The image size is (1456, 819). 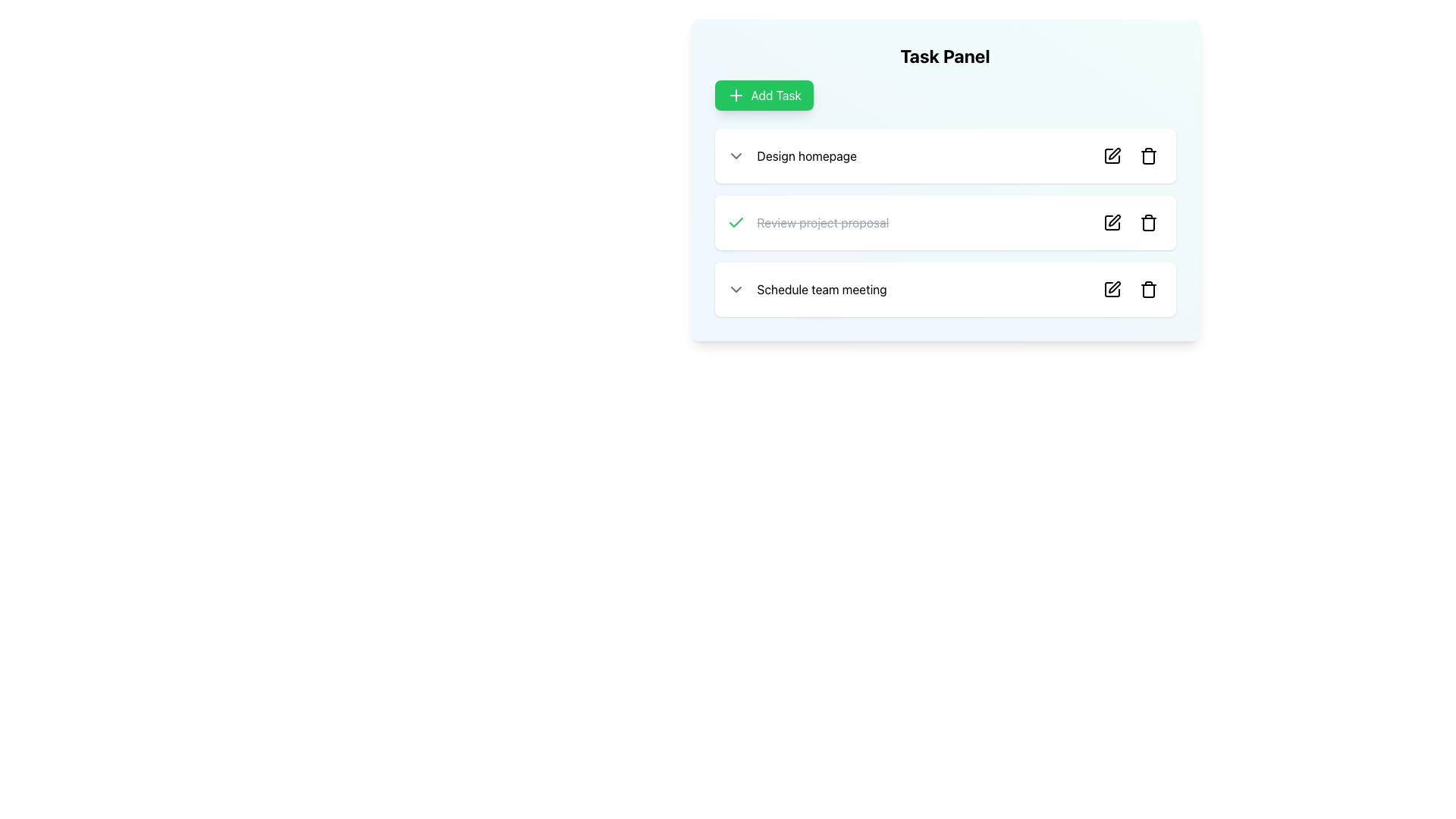 I want to click on the chevron icon, so click(x=736, y=155).